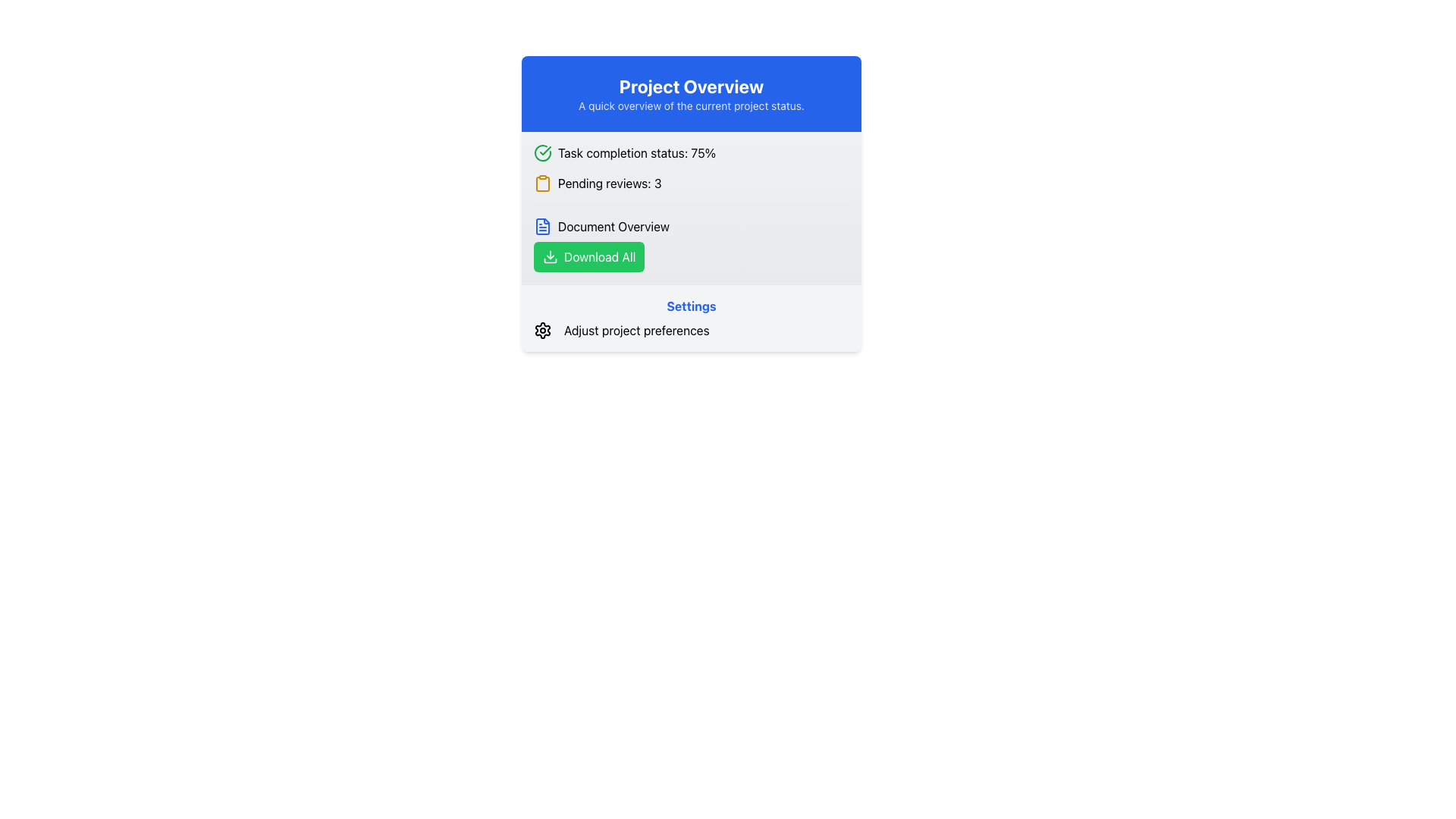 Image resolution: width=1456 pixels, height=819 pixels. I want to click on the 'Download All' button which is visually represented by a download SVG icon located on its left side, positioned in the bottom half of the main interface card, so click(549, 256).